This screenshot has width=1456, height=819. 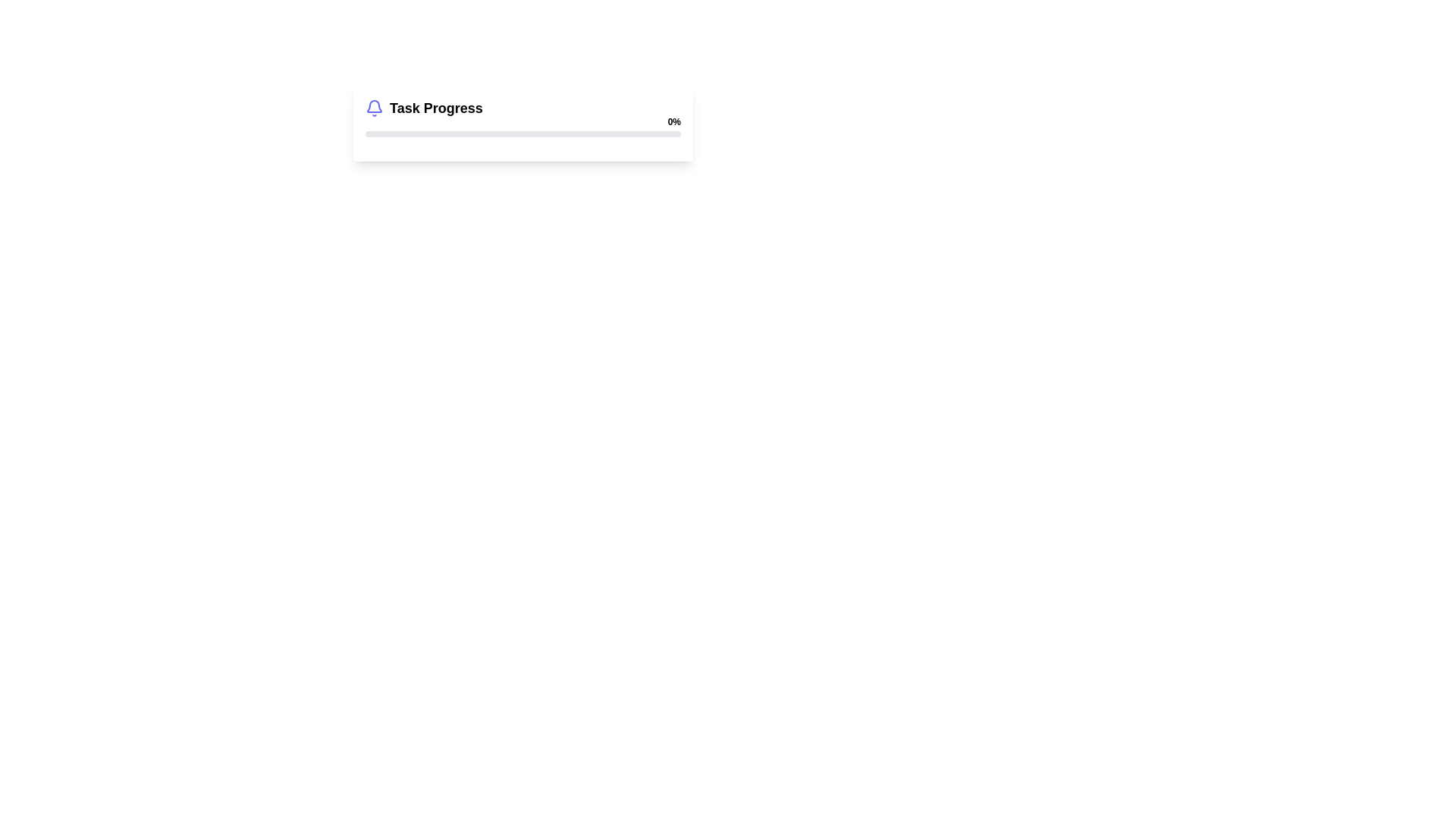 I want to click on the Static Text element displaying '0%' that indicates task completion, located at the top-right above the horizontal progress bar, so click(x=673, y=121).